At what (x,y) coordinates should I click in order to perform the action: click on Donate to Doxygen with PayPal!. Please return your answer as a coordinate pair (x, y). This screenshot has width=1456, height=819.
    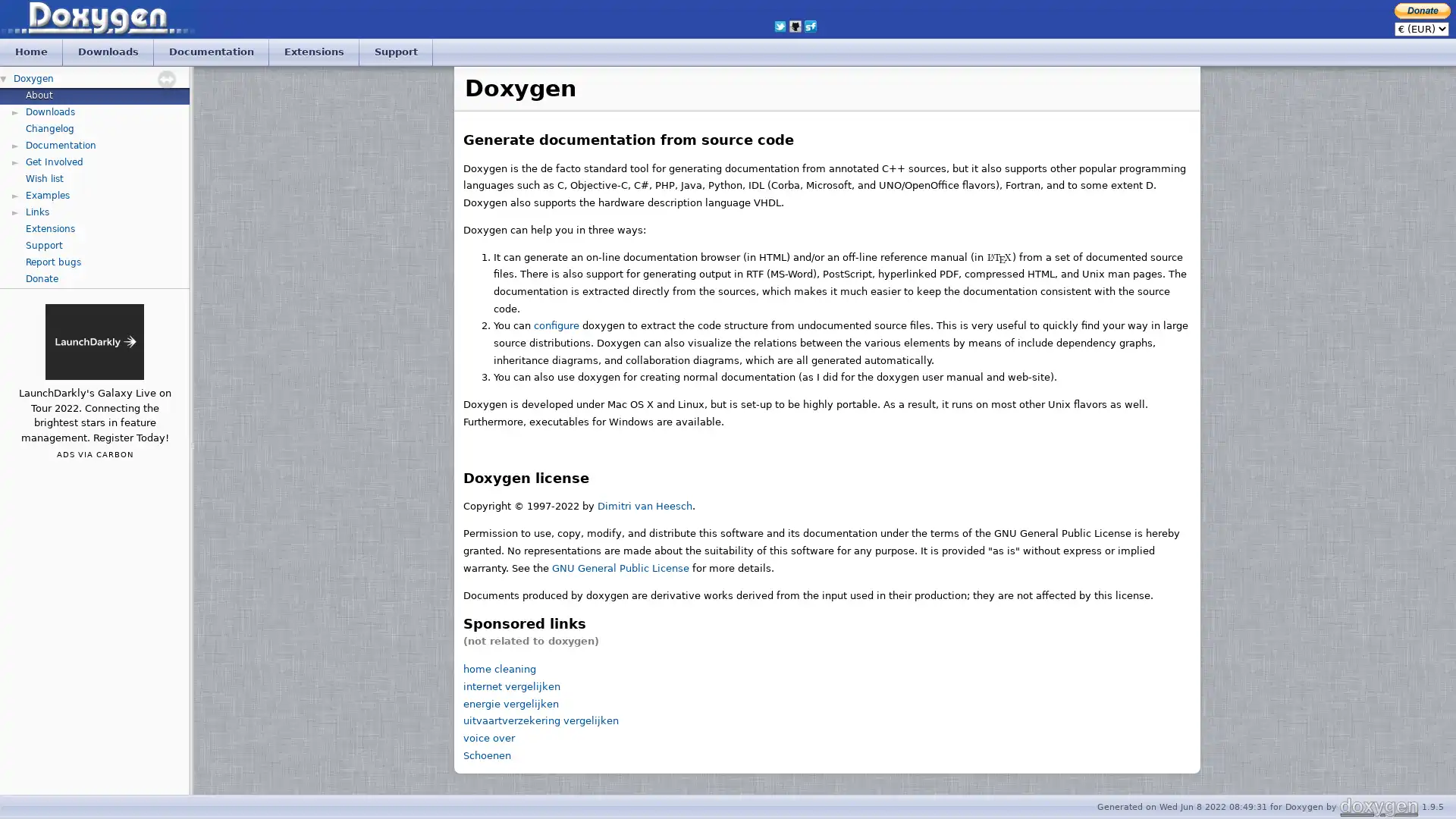
    Looking at the image, I should click on (1422, 10).